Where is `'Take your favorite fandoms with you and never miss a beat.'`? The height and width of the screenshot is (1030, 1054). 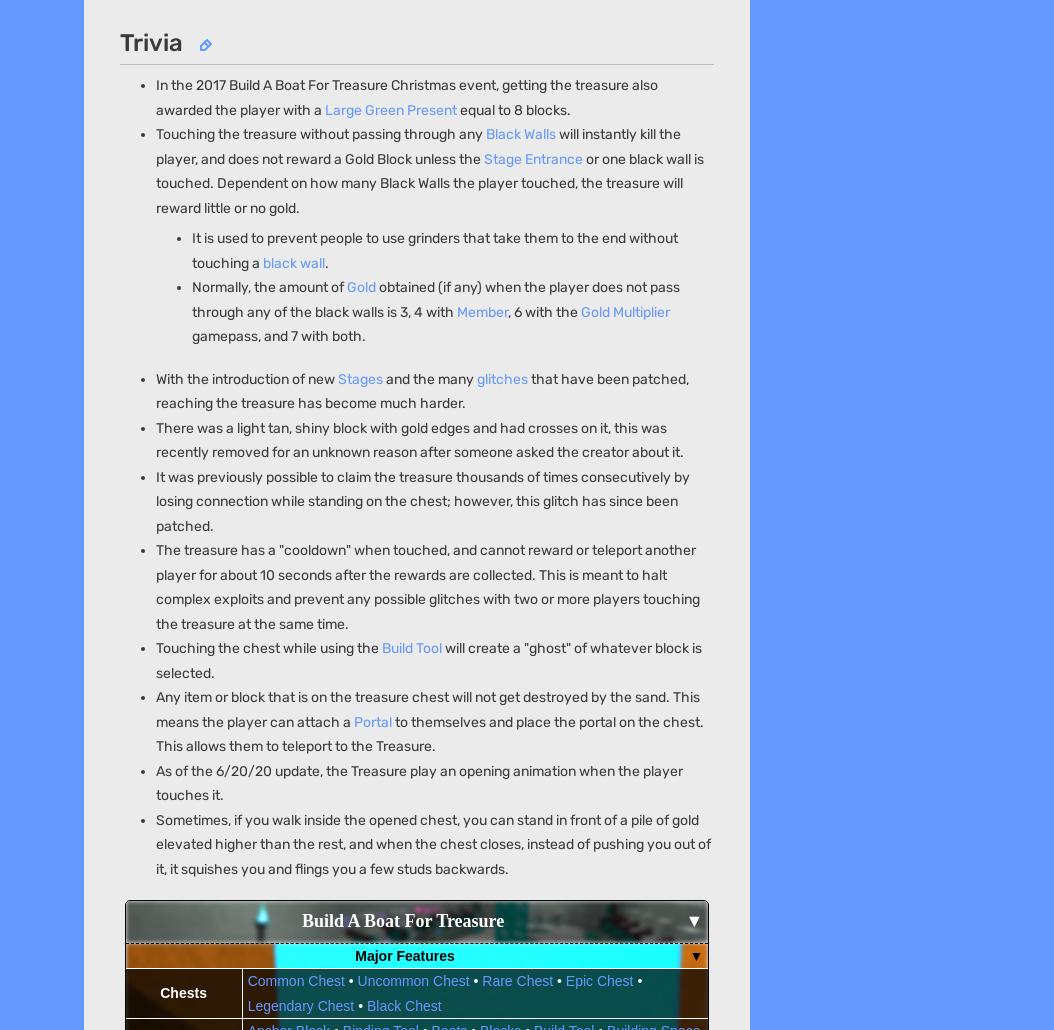 'Take your favorite fandoms with you and never miss a beat.' is located at coordinates (271, 691).